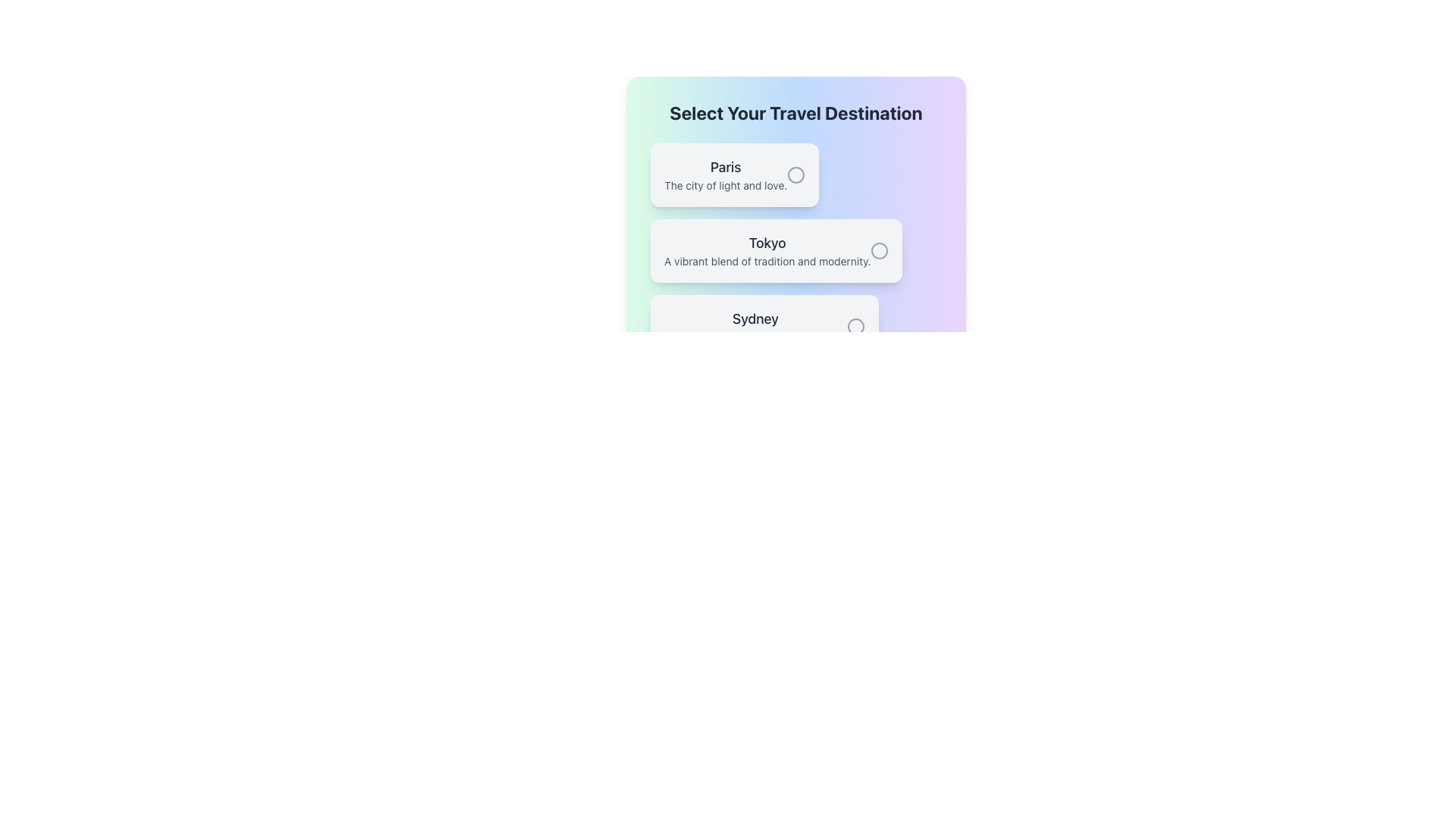 The height and width of the screenshot is (819, 1456). What do you see at coordinates (855, 326) in the screenshot?
I see `the inner circle of the radio button for the 'Sydney' travel option` at bounding box center [855, 326].